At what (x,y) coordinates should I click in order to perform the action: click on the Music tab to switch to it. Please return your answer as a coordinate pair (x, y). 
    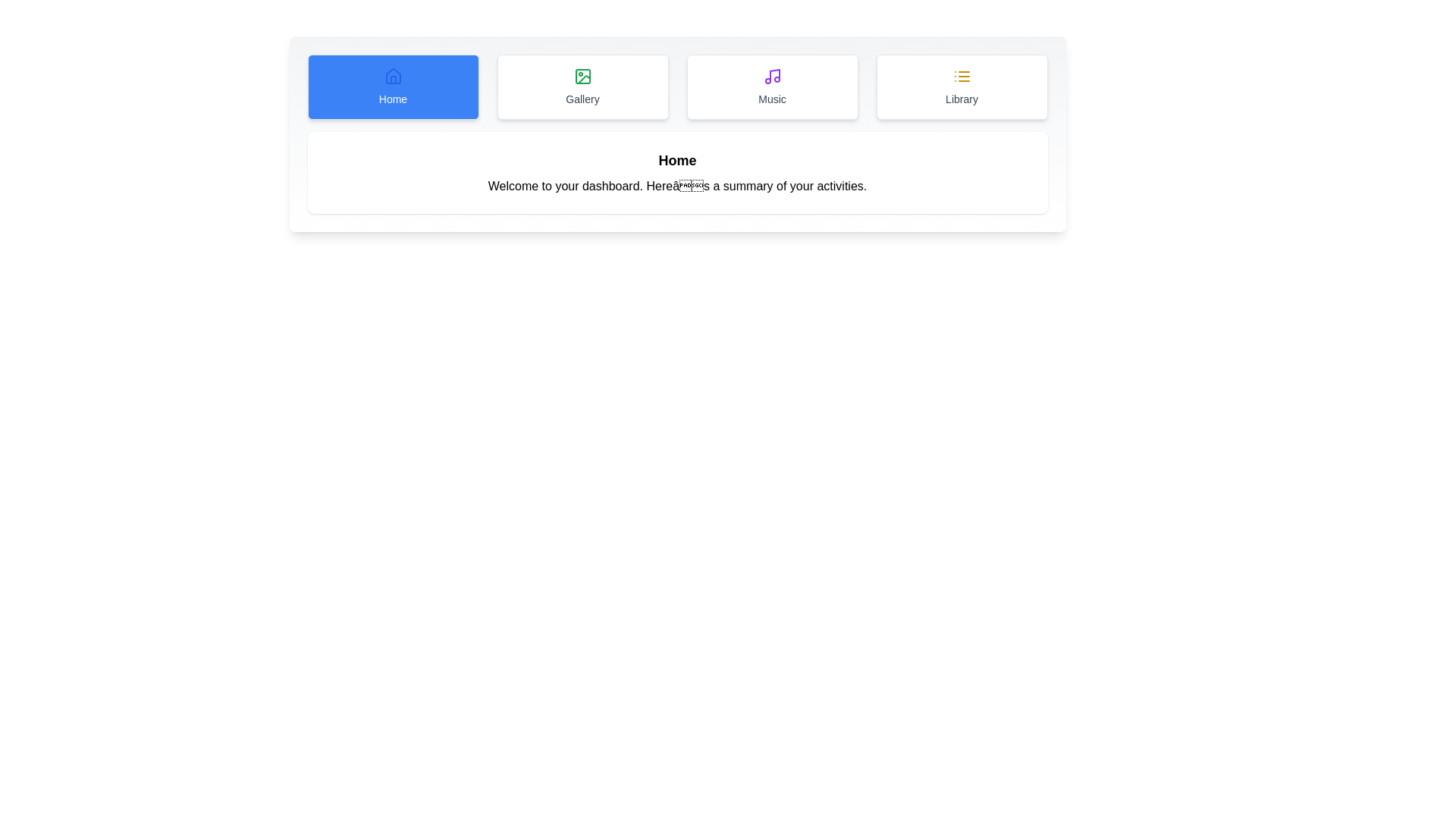
    Looking at the image, I should click on (772, 87).